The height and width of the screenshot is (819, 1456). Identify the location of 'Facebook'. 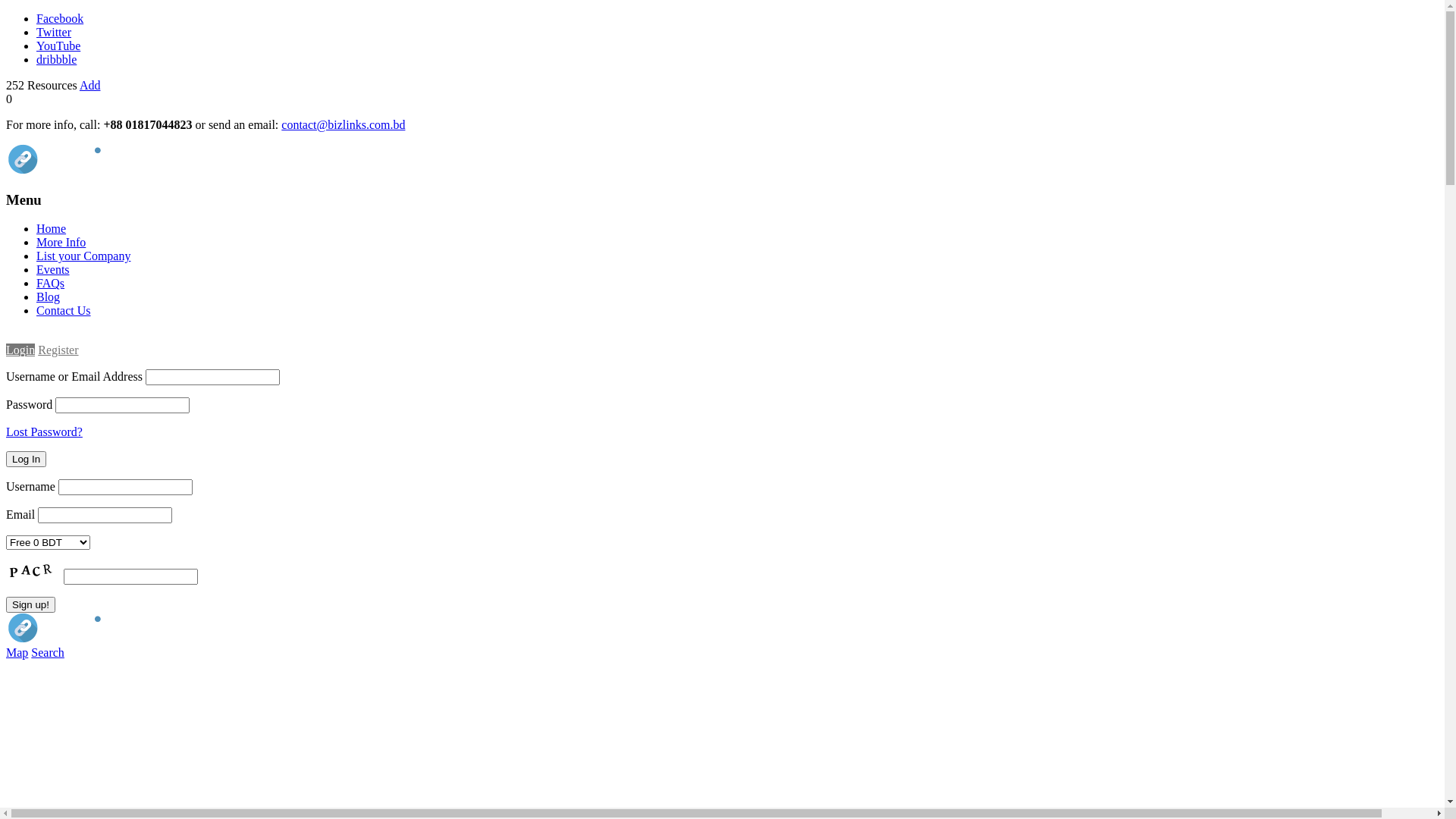
(59, 18).